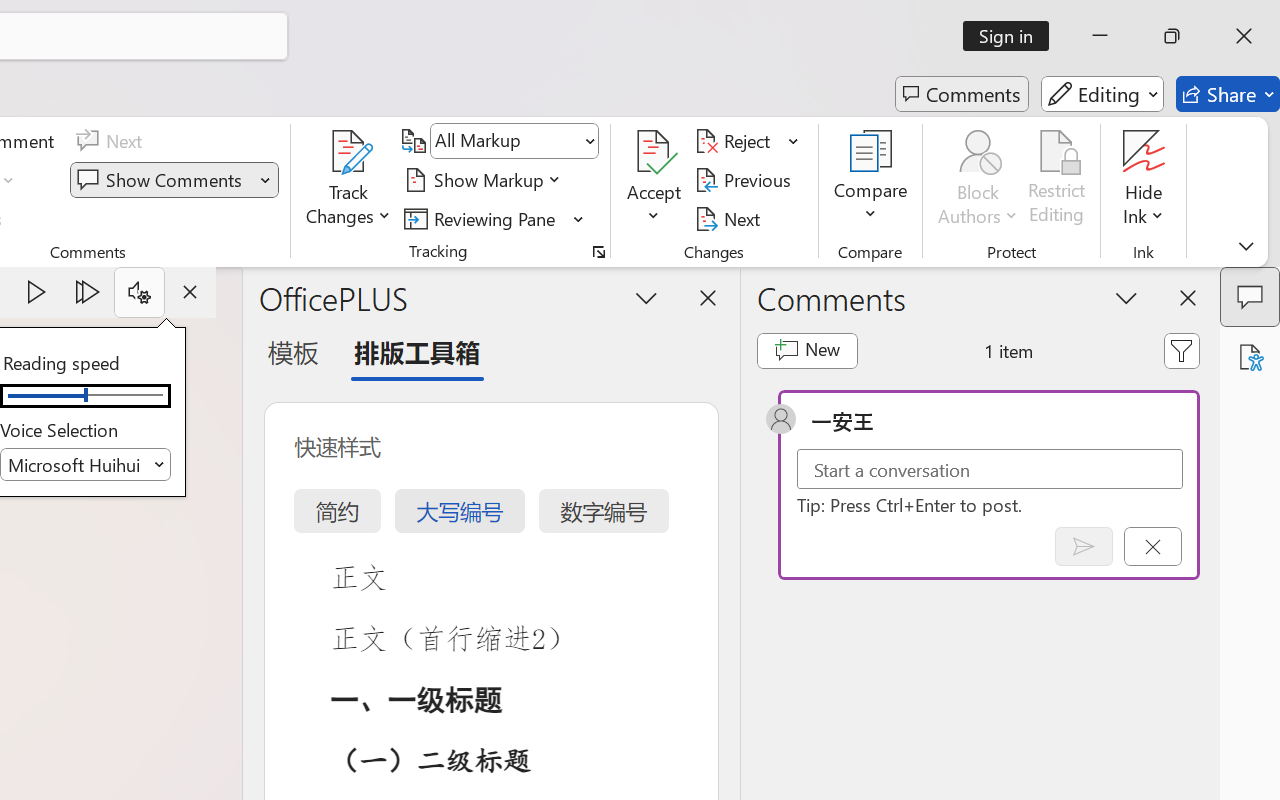 This screenshot has height=800, width=1280. What do you see at coordinates (1144, 179) in the screenshot?
I see `'Hide Ink'` at bounding box center [1144, 179].